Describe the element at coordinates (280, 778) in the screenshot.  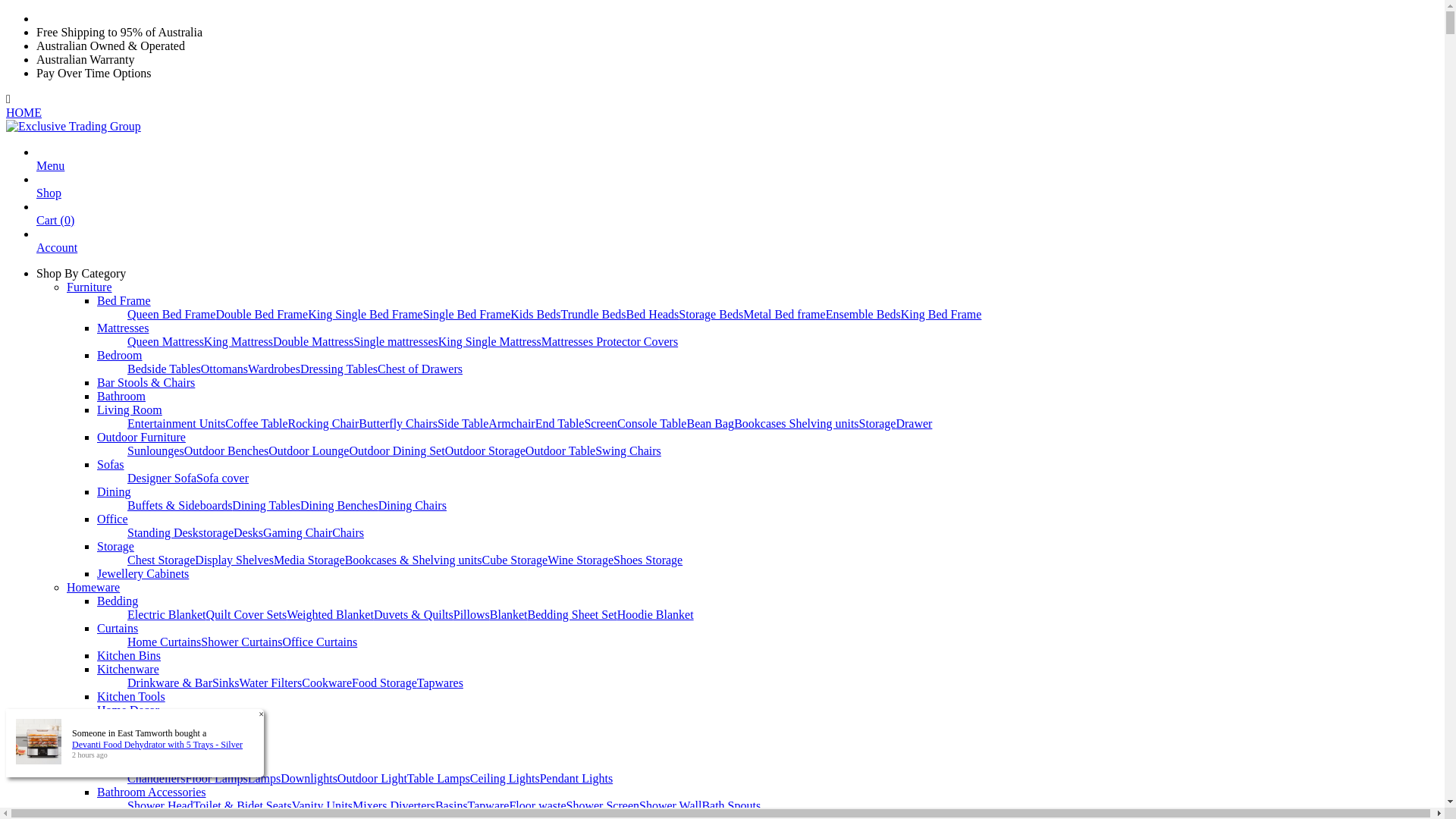
I see `'Downlights'` at that location.